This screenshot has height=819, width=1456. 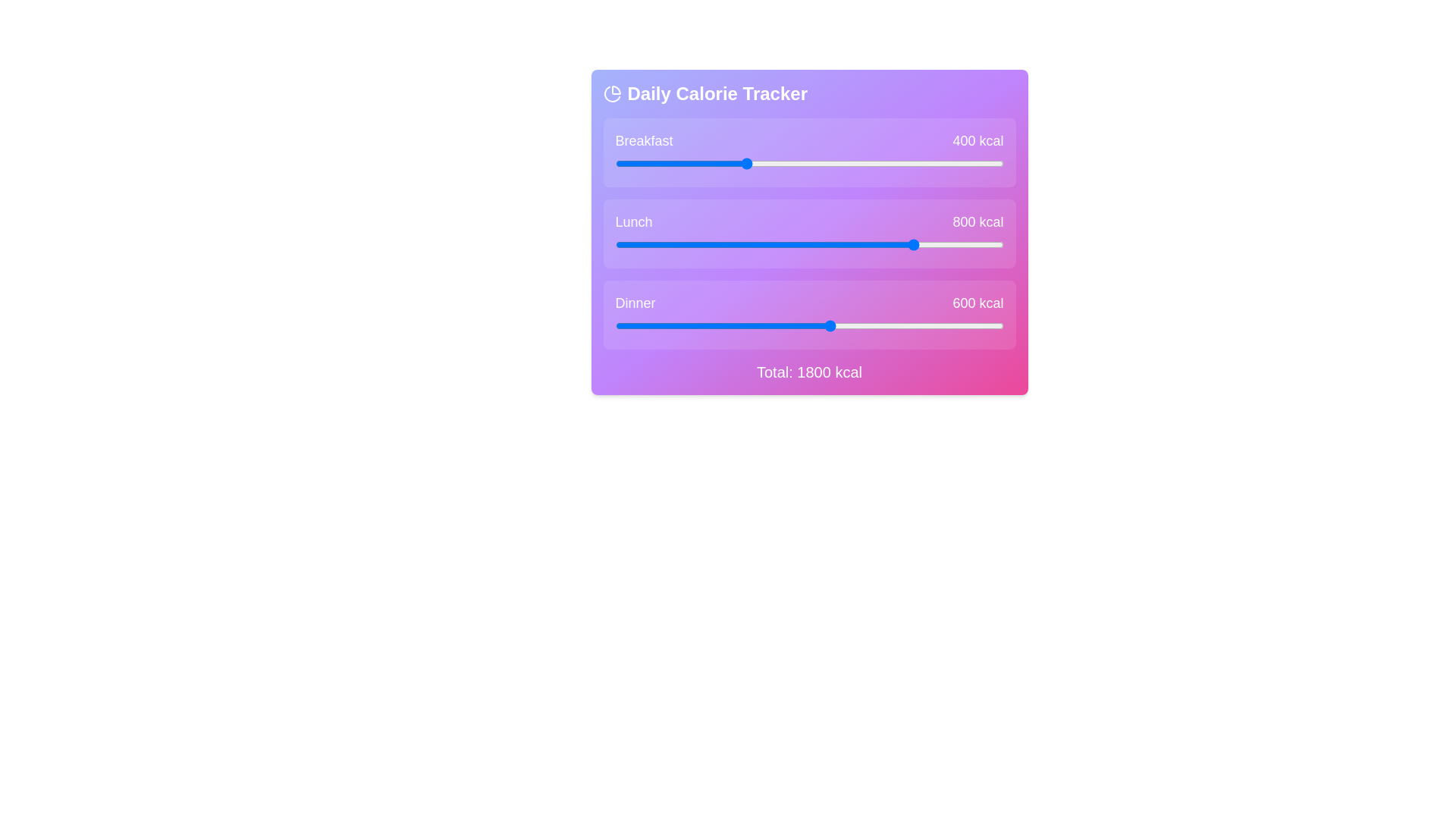 I want to click on the calorie value for breakfast, so click(x=781, y=164).